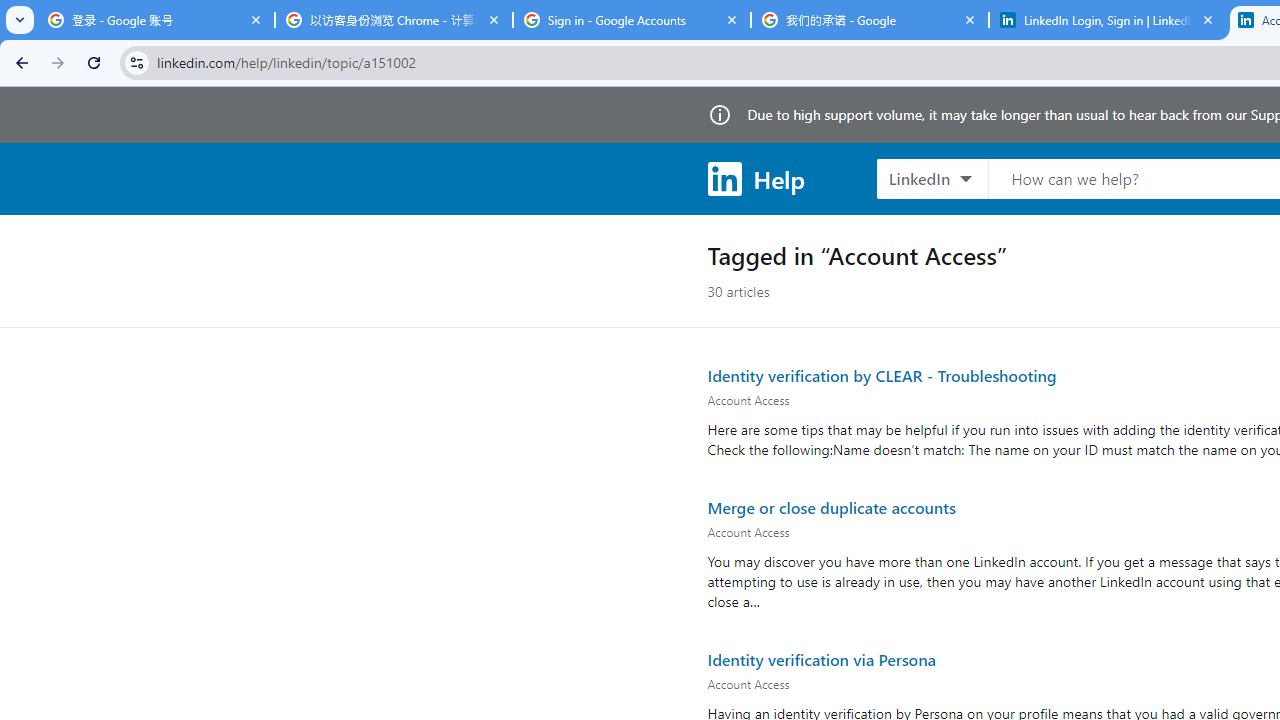 This screenshot has width=1280, height=720. What do you see at coordinates (821, 659) in the screenshot?
I see `'Identity verification via Persona'` at bounding box center [821, 659].